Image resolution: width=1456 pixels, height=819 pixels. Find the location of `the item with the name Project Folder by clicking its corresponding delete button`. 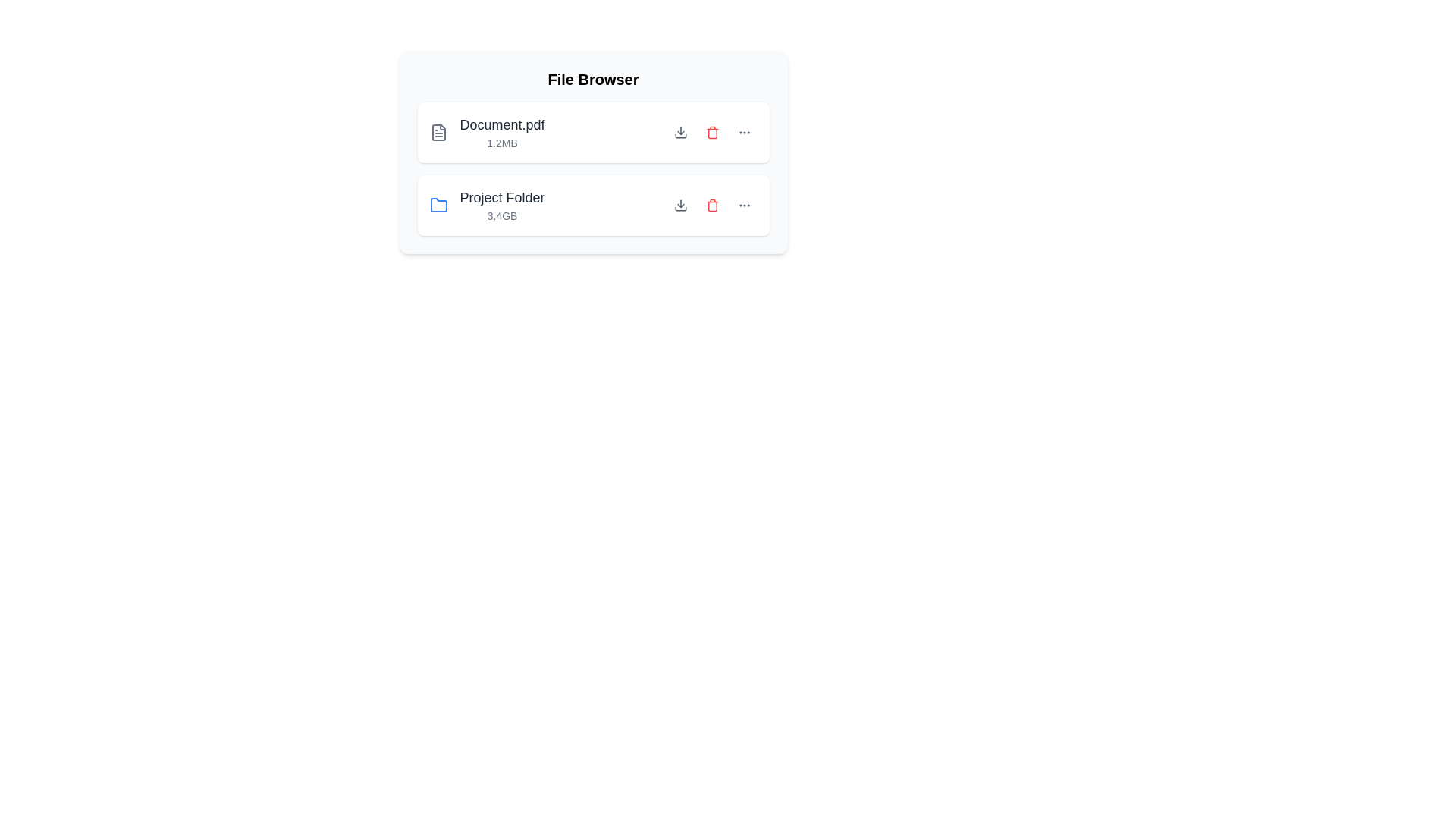

the item with the name Project Folder by clicking its corresponding delete button is located at coordinates (711, 205).